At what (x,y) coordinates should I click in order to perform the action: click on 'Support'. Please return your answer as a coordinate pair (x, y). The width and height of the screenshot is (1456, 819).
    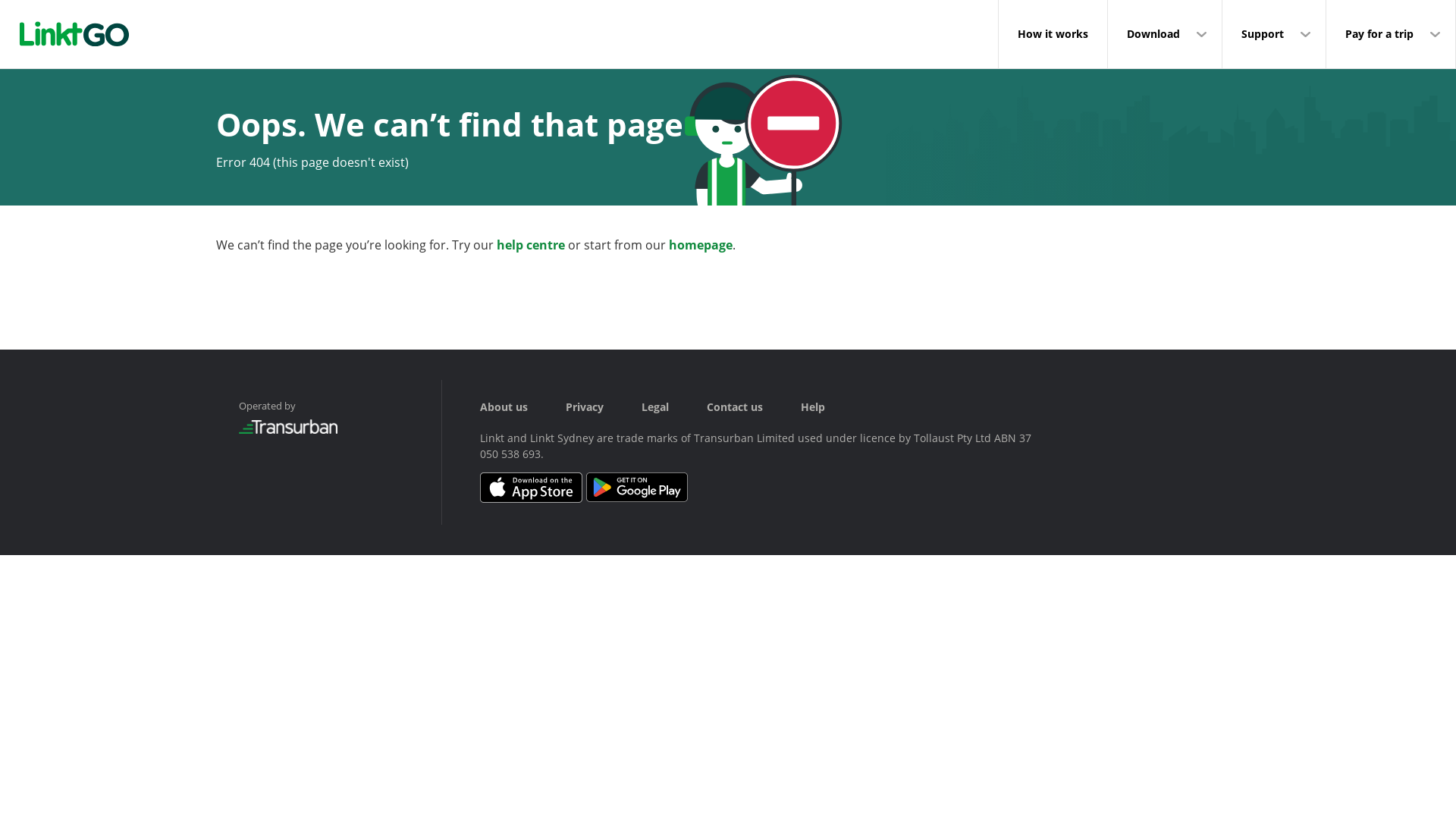
    Looking at the image, I should click on (1222, 34).